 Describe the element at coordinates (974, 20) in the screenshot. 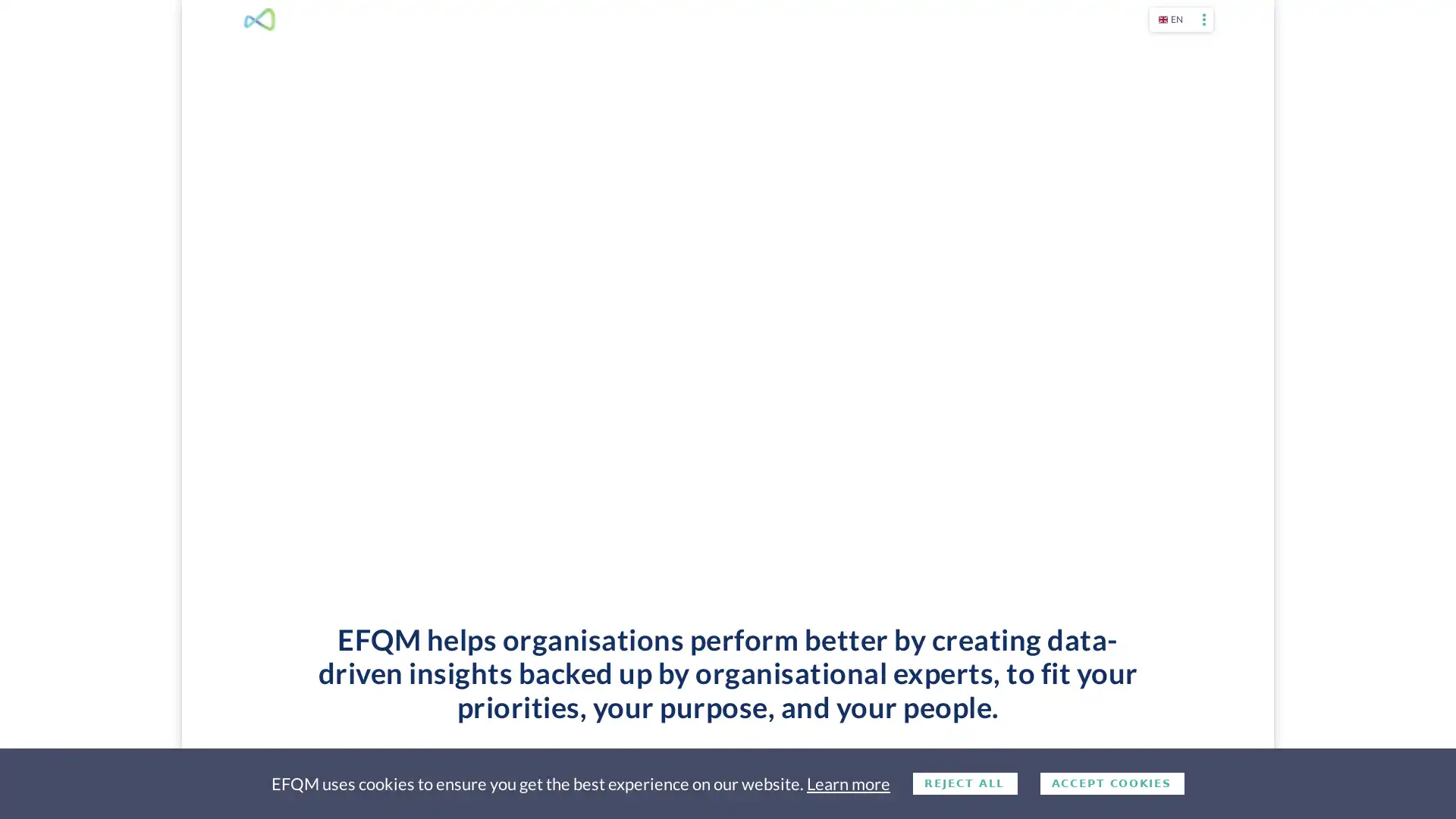

I see `ABOUT` at that location.